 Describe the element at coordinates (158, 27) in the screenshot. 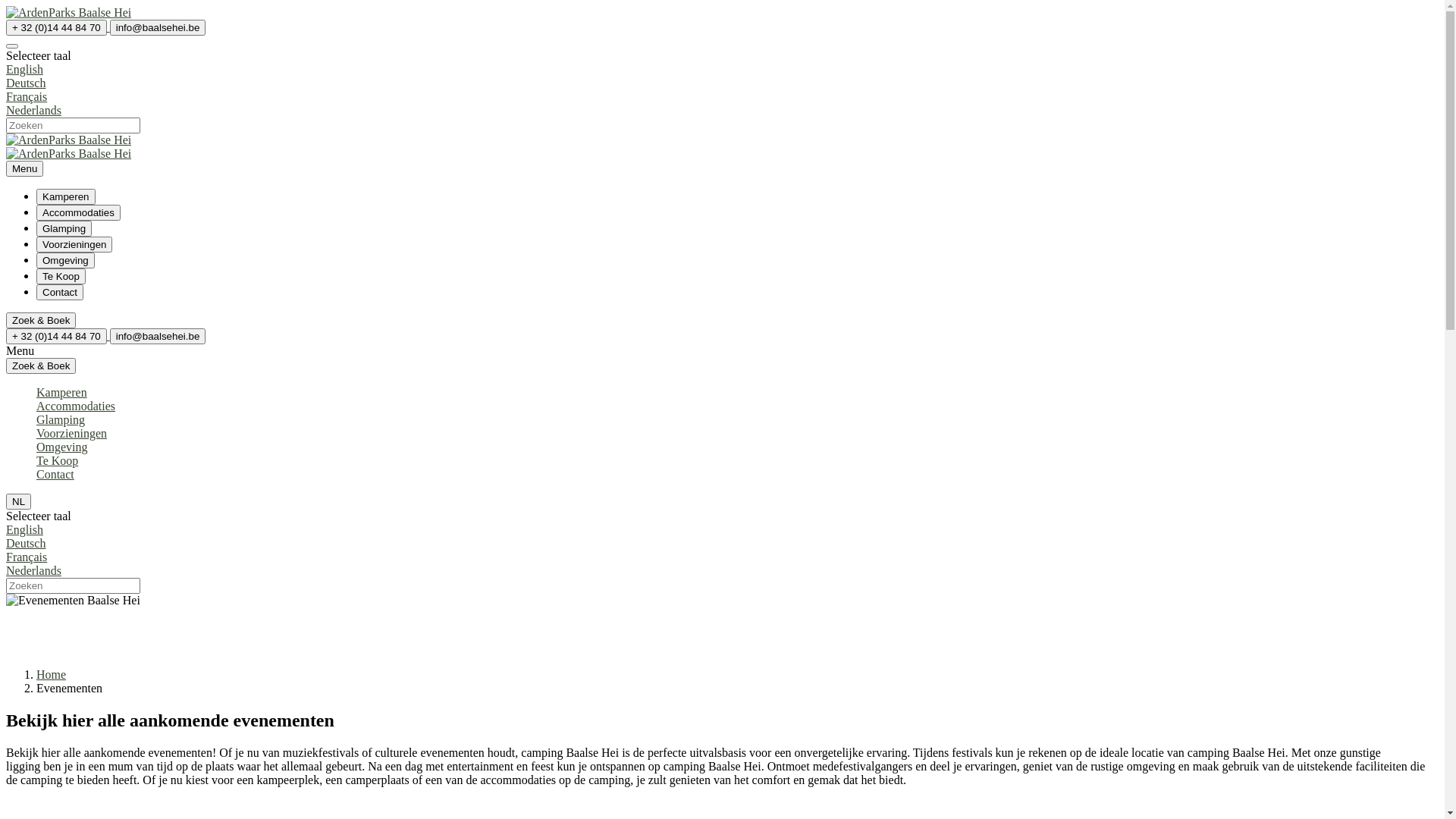

I see `'info@baalsehei.be'` at that location.